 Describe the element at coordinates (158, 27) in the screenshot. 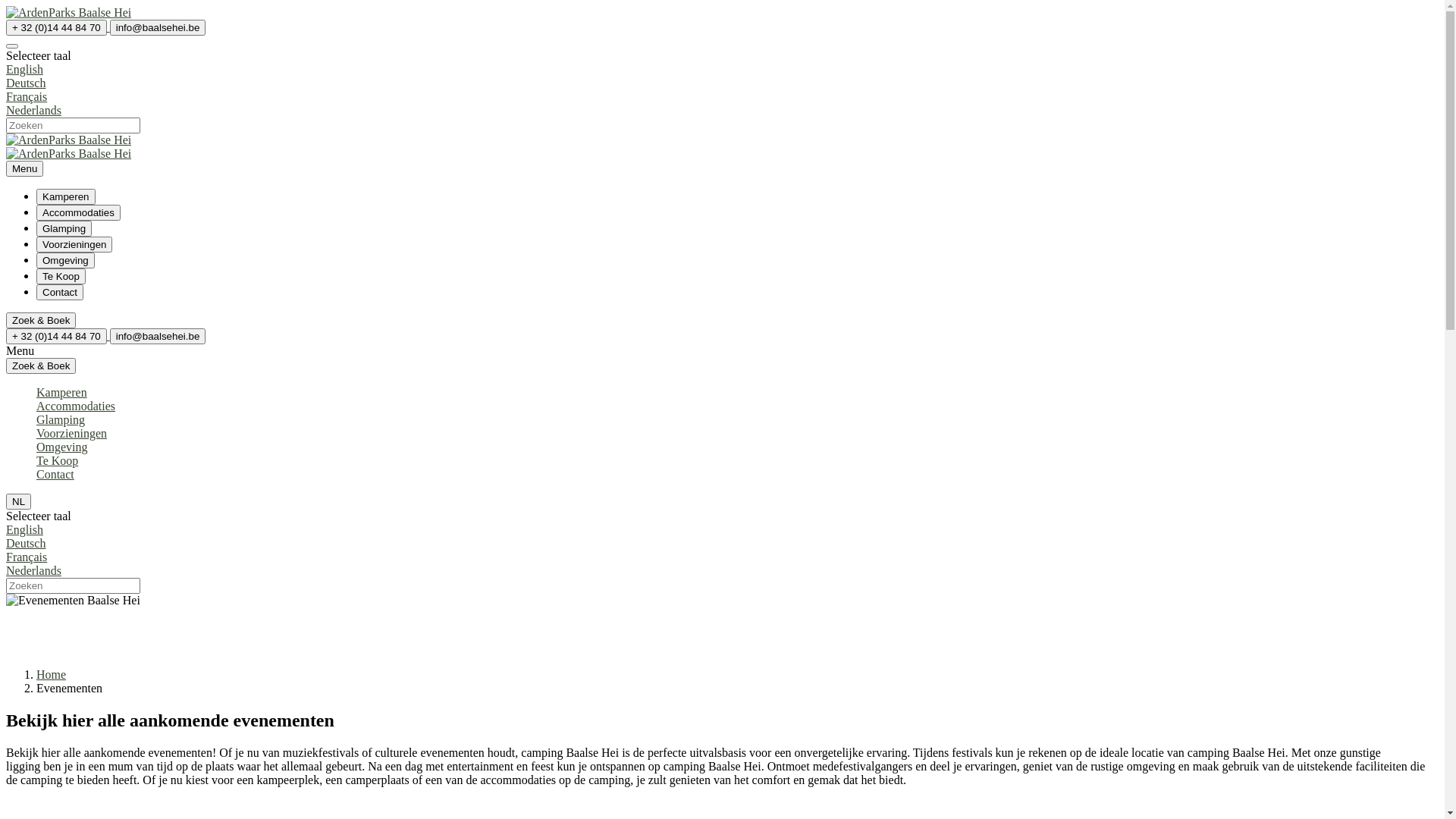

I see `'info@baalsehei.be'` at that location.